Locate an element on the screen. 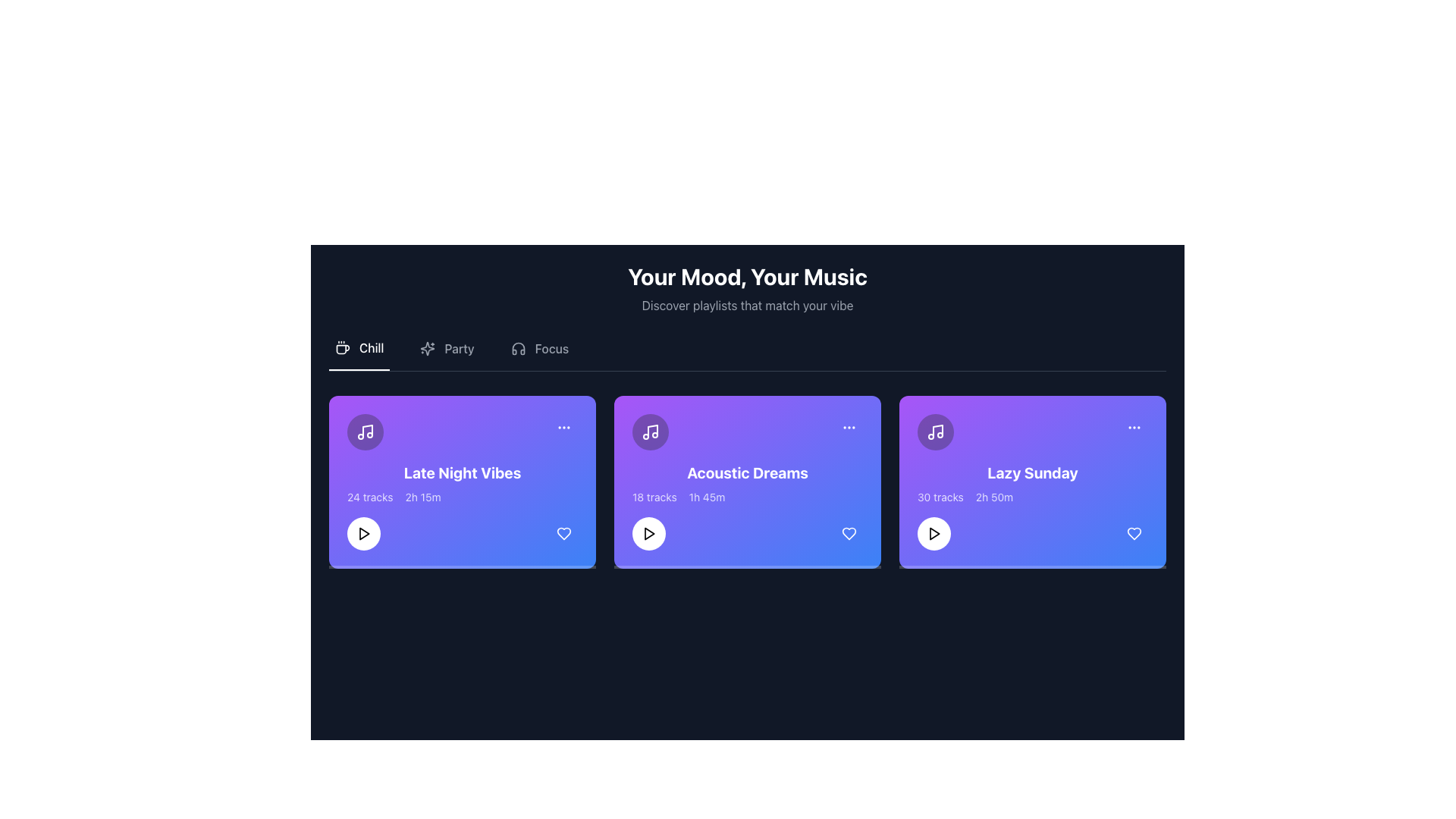  the play button for the 'Lazy Sunday' playlist located at the bottom center of the card, below the playlist description is located at coordinates (934, 533).